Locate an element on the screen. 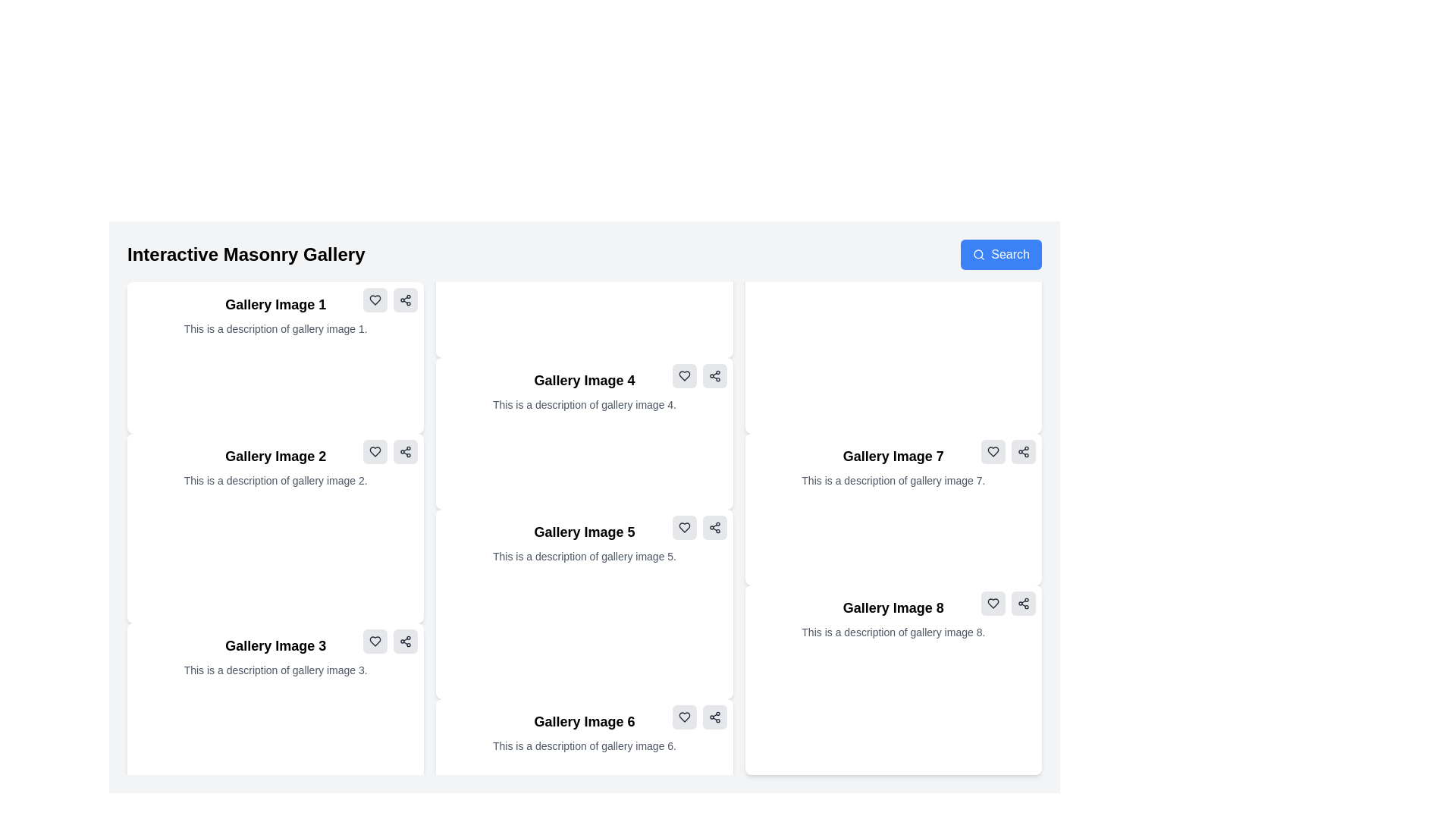 The height and width of the screenshot is (819, 1456). the heart-shaped icon button located within the card of 'Gallery Image 4' is located at coordinates (683, 375).